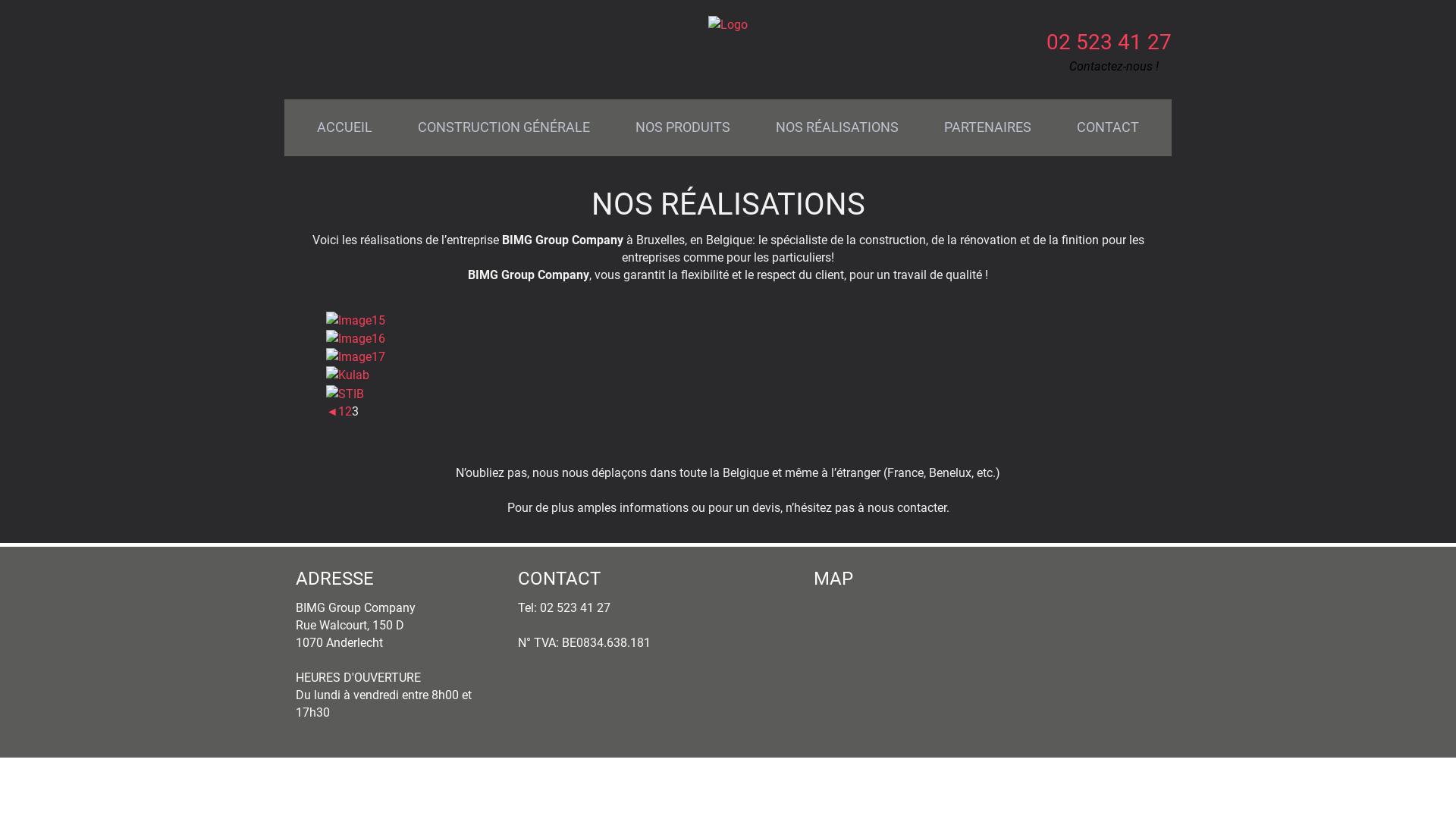 The image size is (1456, 819). I want to click on 'Image15', so click(355, 319).